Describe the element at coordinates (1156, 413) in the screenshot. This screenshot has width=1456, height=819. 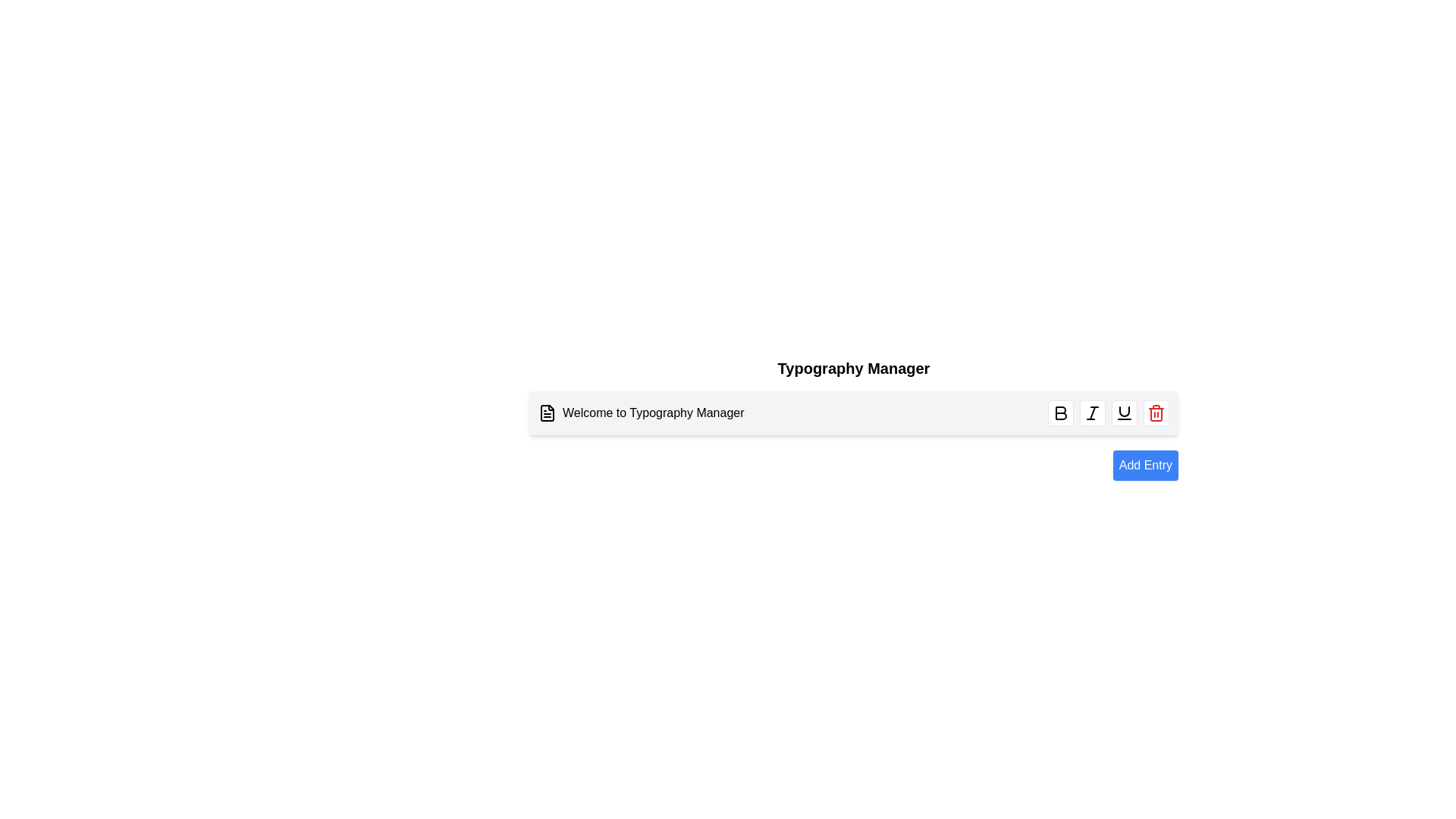
I see `the Trash Icon, which is a small trash bin icon with a red border and white background located to the far right of the toolbar` at that location.